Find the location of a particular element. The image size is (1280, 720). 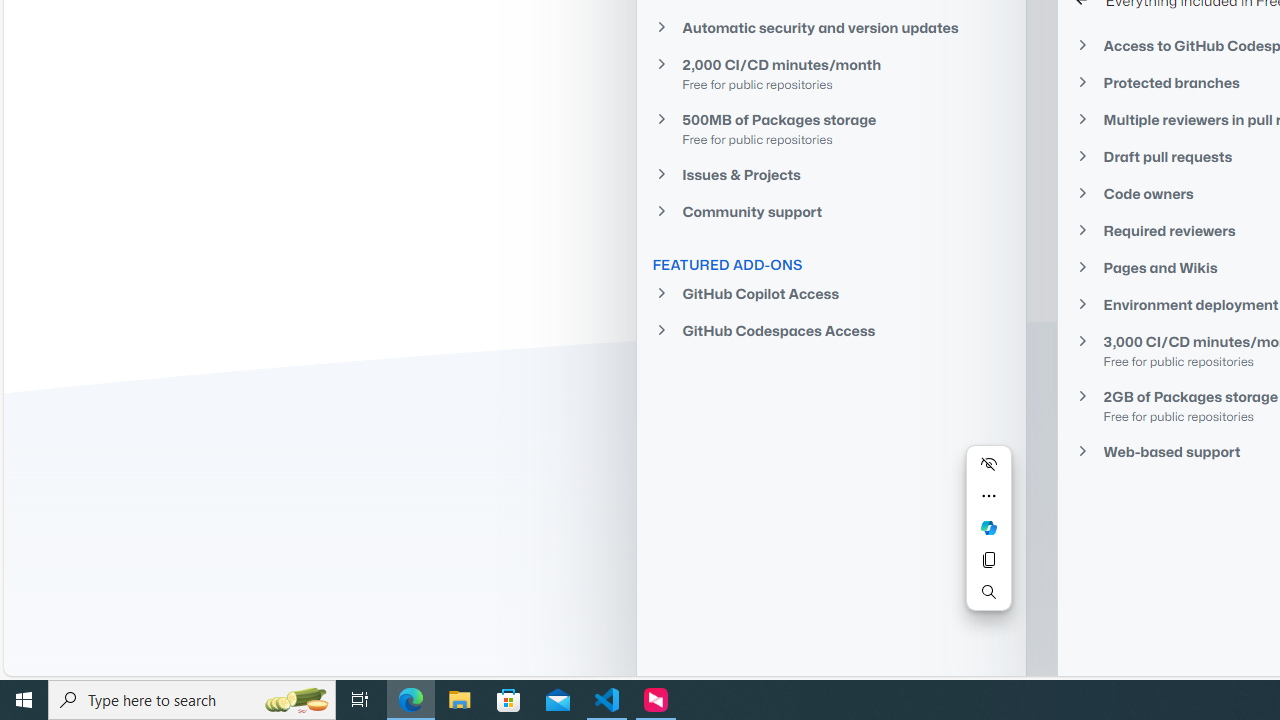

'Mini menu on text selection' is located at coordinates (988, 540).